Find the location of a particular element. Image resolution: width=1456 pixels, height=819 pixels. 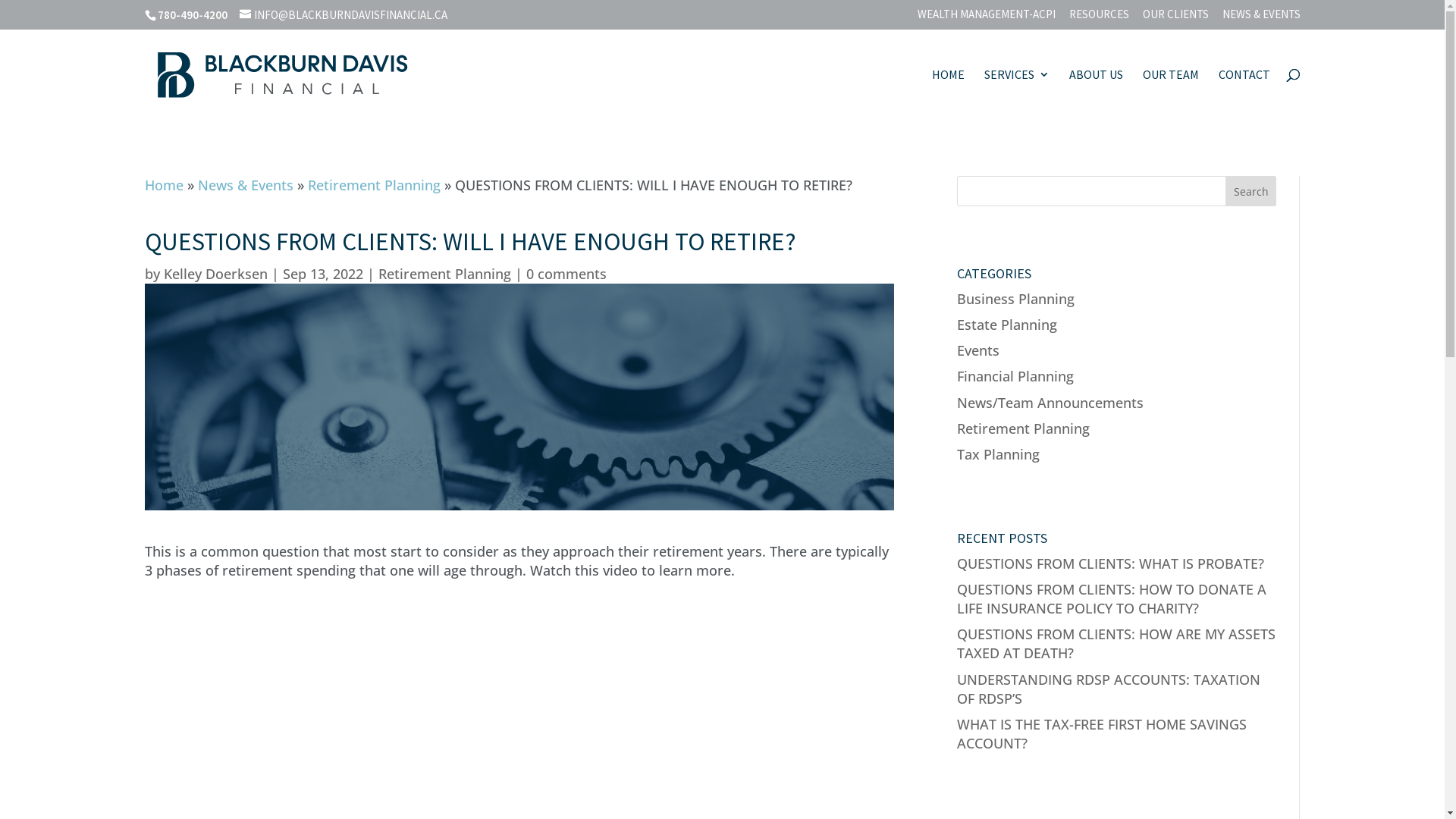

'QUESTIONS FROM CLIENTS: WHAT IS PROBATE?' is located at coordinates (1110, 563).